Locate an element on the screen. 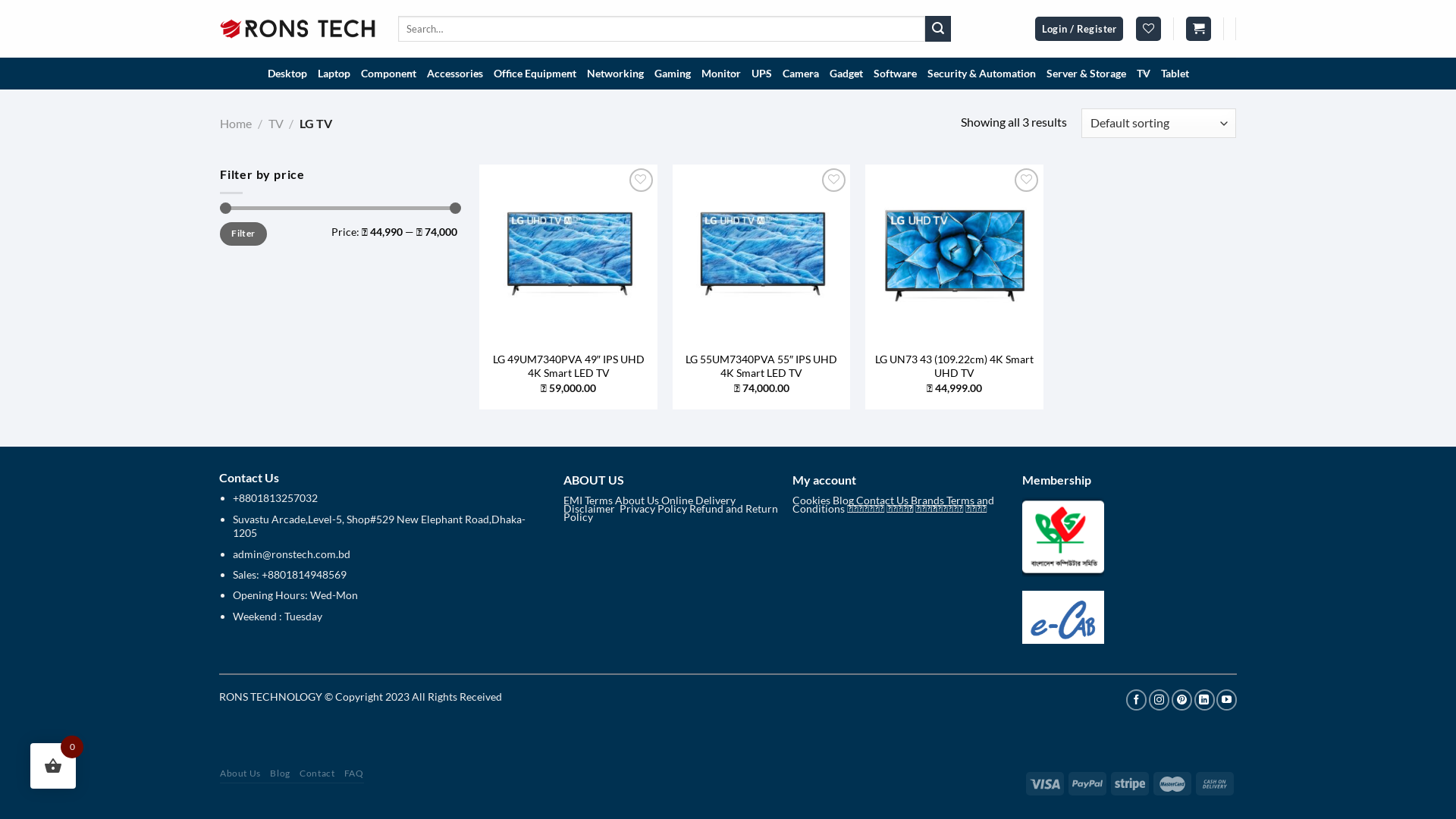 This screenshot has height=819, width=1456. 'Refund and Return Policy' is located at coordinates (669, 512).